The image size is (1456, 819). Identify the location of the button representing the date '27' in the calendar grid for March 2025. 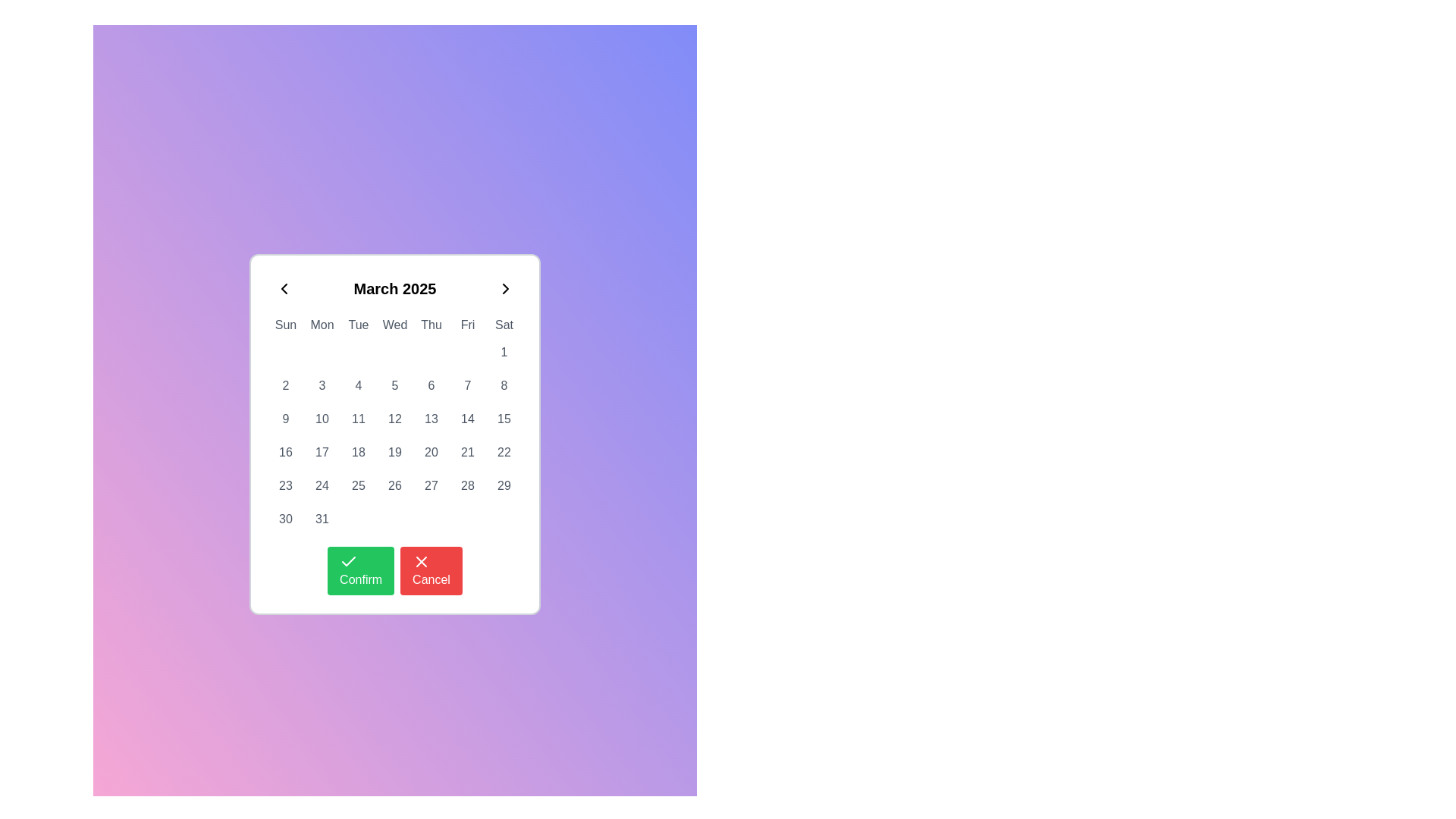
(431, 485).